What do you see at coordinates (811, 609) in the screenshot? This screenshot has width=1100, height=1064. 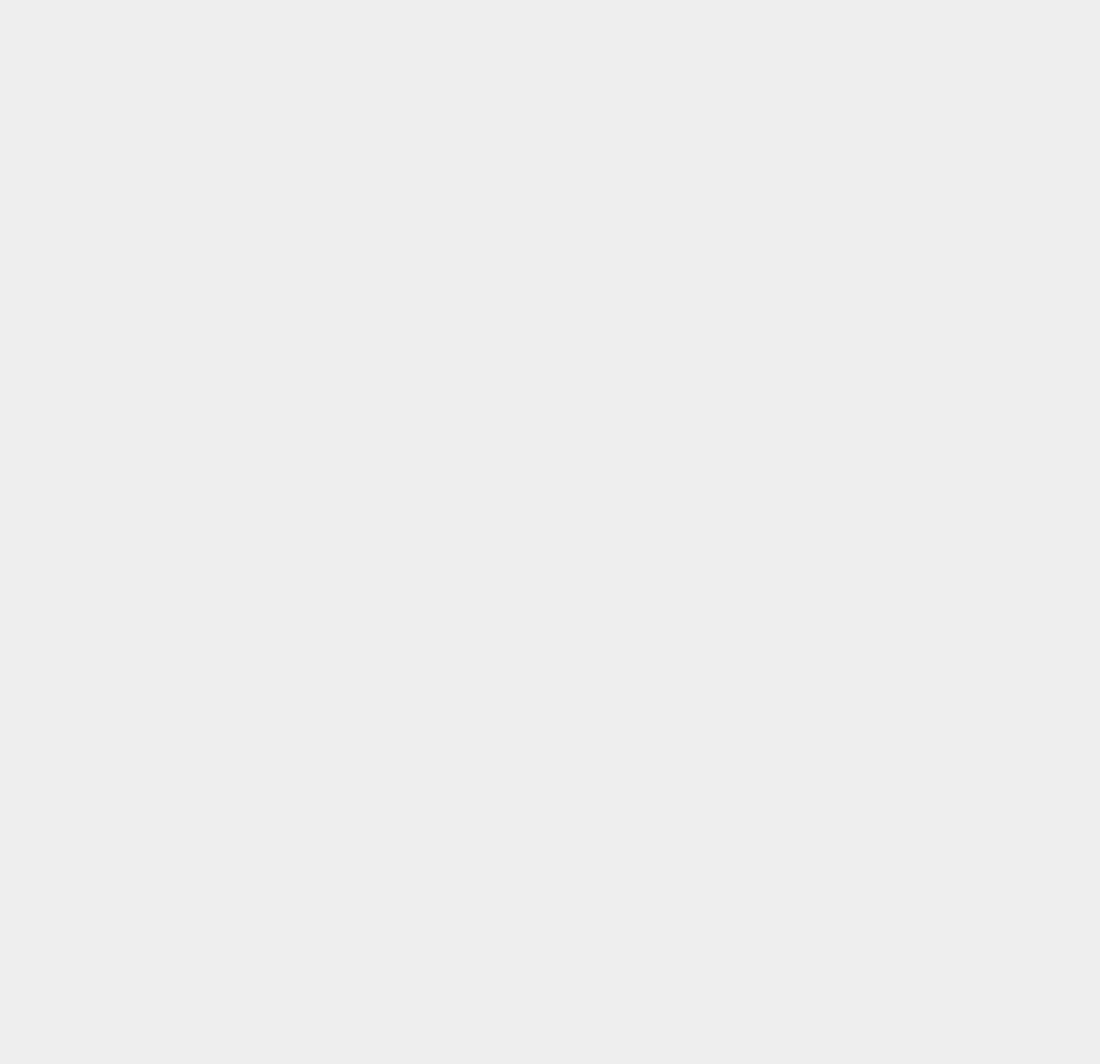 I see `'Opensn0w'` at bounding box center [811, 609].